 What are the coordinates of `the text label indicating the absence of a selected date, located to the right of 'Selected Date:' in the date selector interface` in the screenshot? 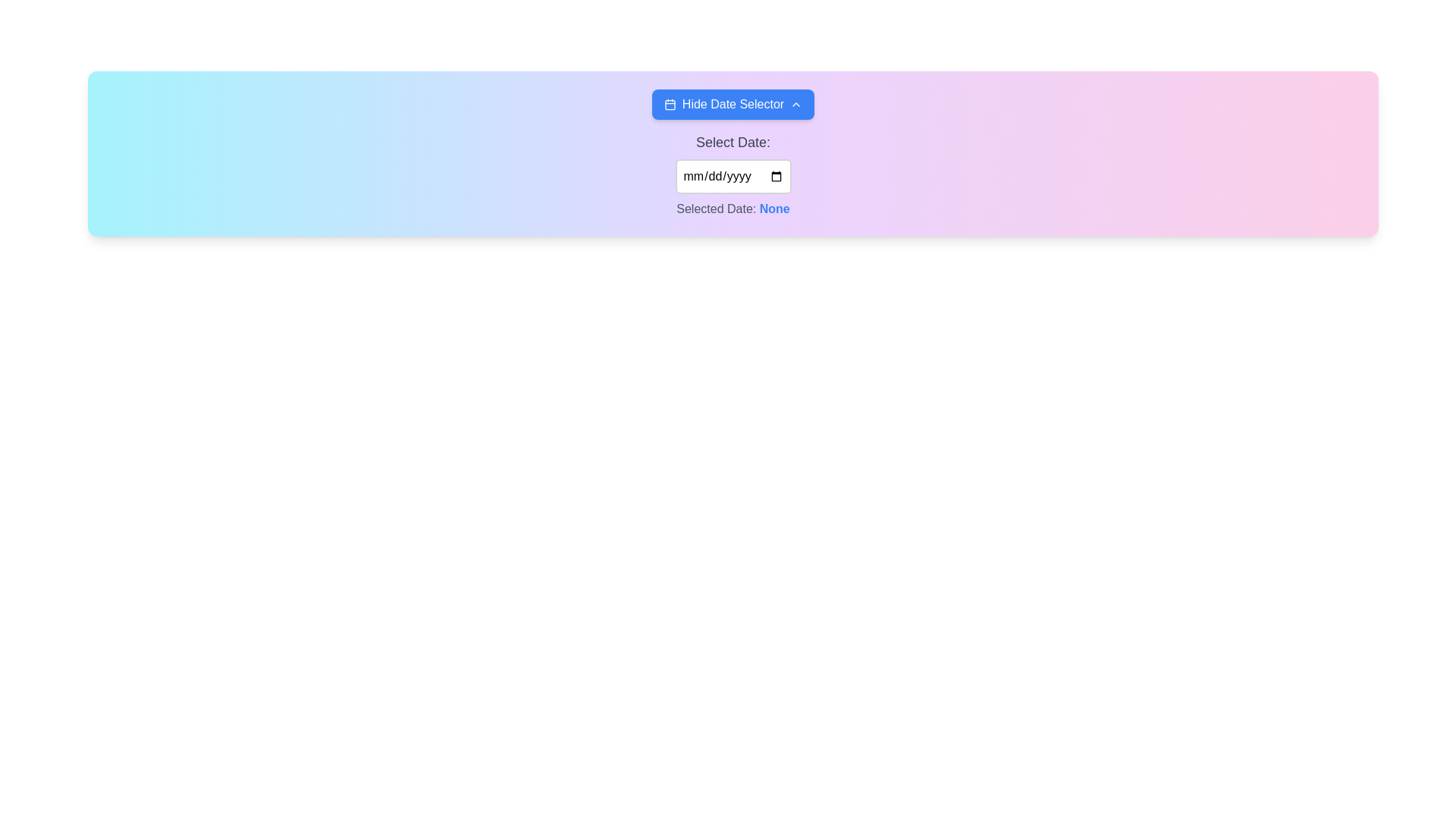 It's located at (774, 209).